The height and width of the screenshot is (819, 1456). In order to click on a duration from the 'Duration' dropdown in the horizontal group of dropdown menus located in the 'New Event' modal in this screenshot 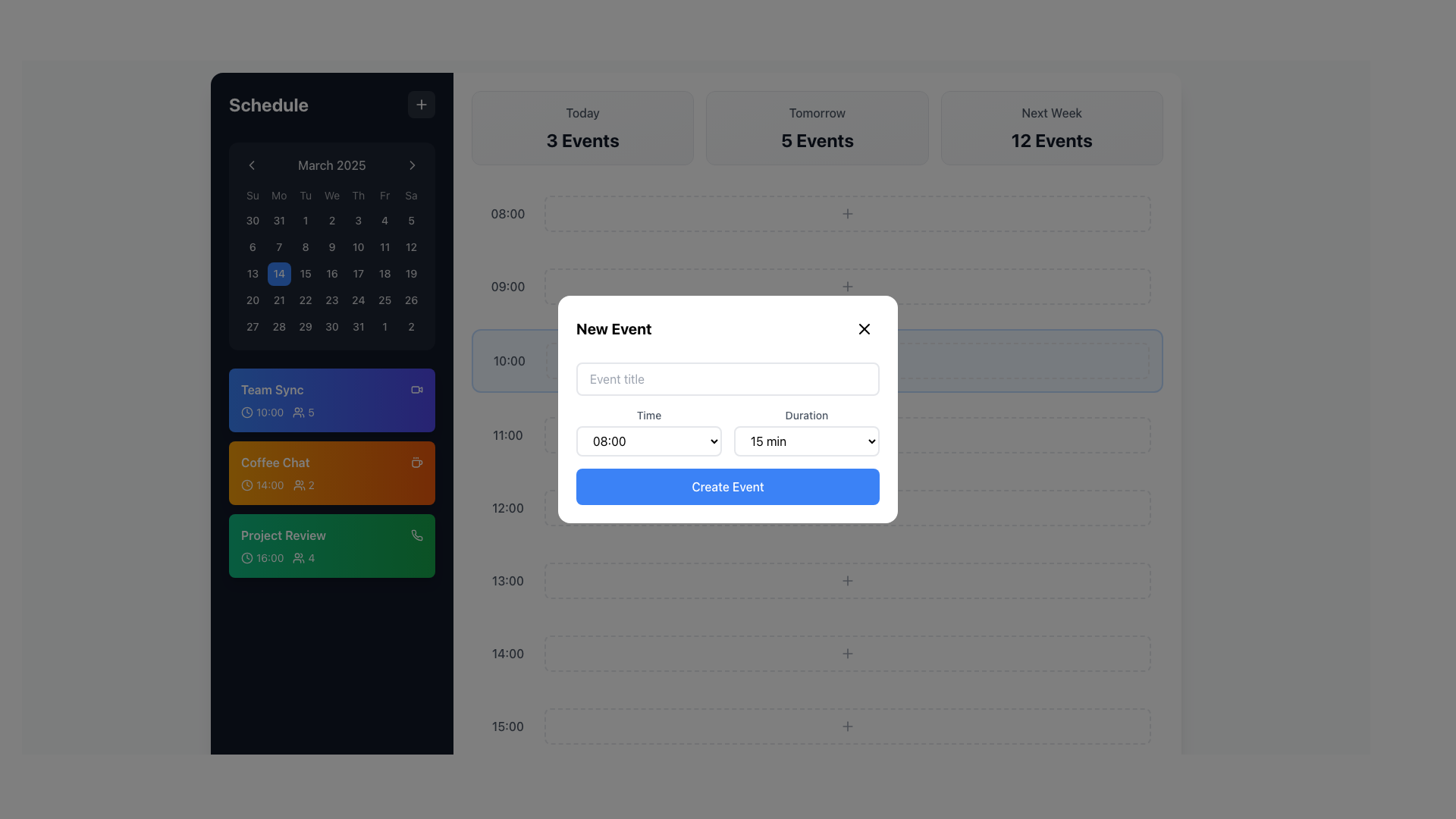, I will do `click(728, 432)`.